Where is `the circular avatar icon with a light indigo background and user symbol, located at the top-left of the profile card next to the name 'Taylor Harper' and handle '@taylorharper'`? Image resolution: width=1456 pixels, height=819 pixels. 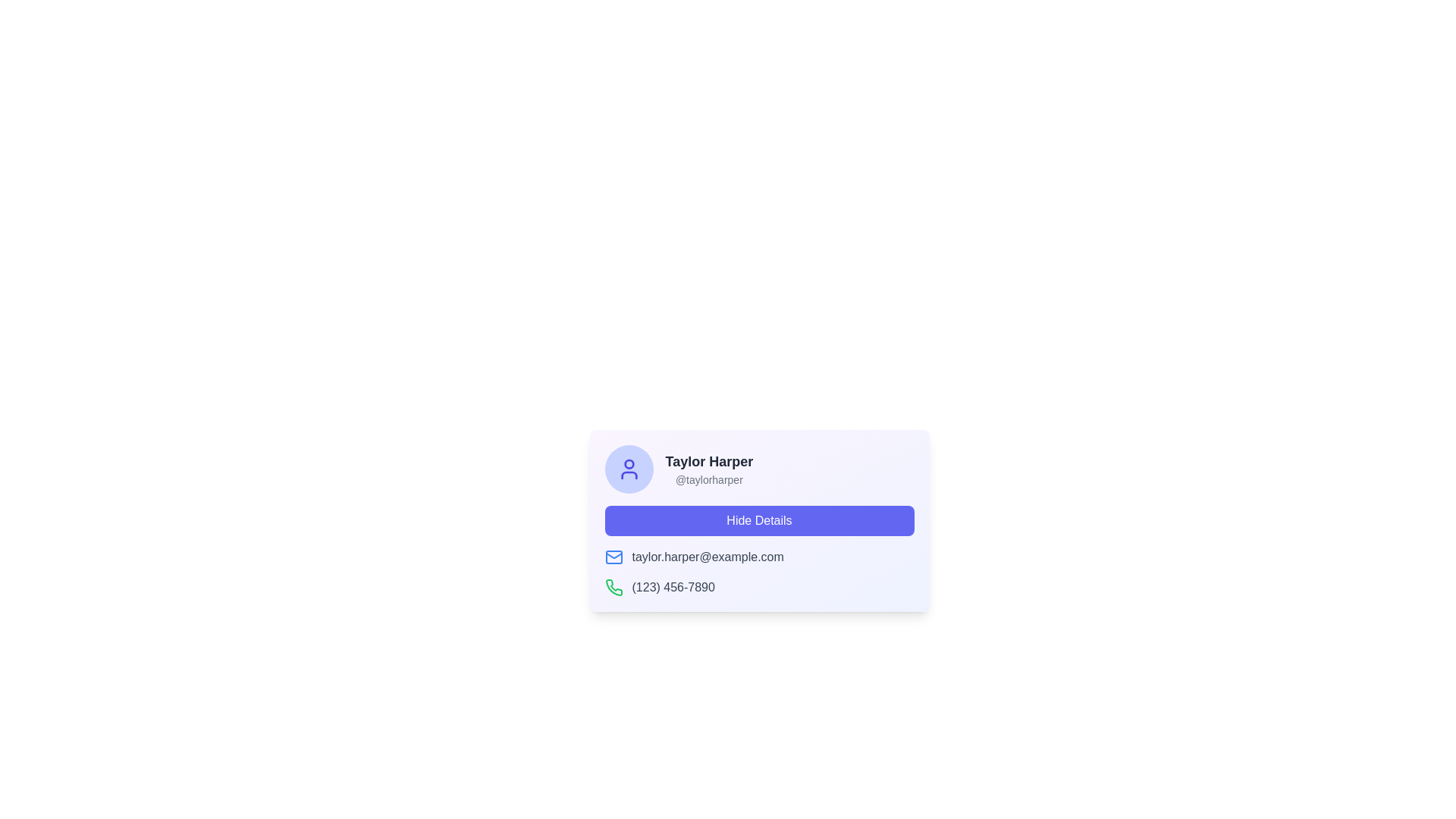
the circular avatar icon with a light indigo background and user symbol, located at the top-left of the profile card next to the name 'Taylor Harper' and handle '@taylorharper' is located at coordinates (629, 468).